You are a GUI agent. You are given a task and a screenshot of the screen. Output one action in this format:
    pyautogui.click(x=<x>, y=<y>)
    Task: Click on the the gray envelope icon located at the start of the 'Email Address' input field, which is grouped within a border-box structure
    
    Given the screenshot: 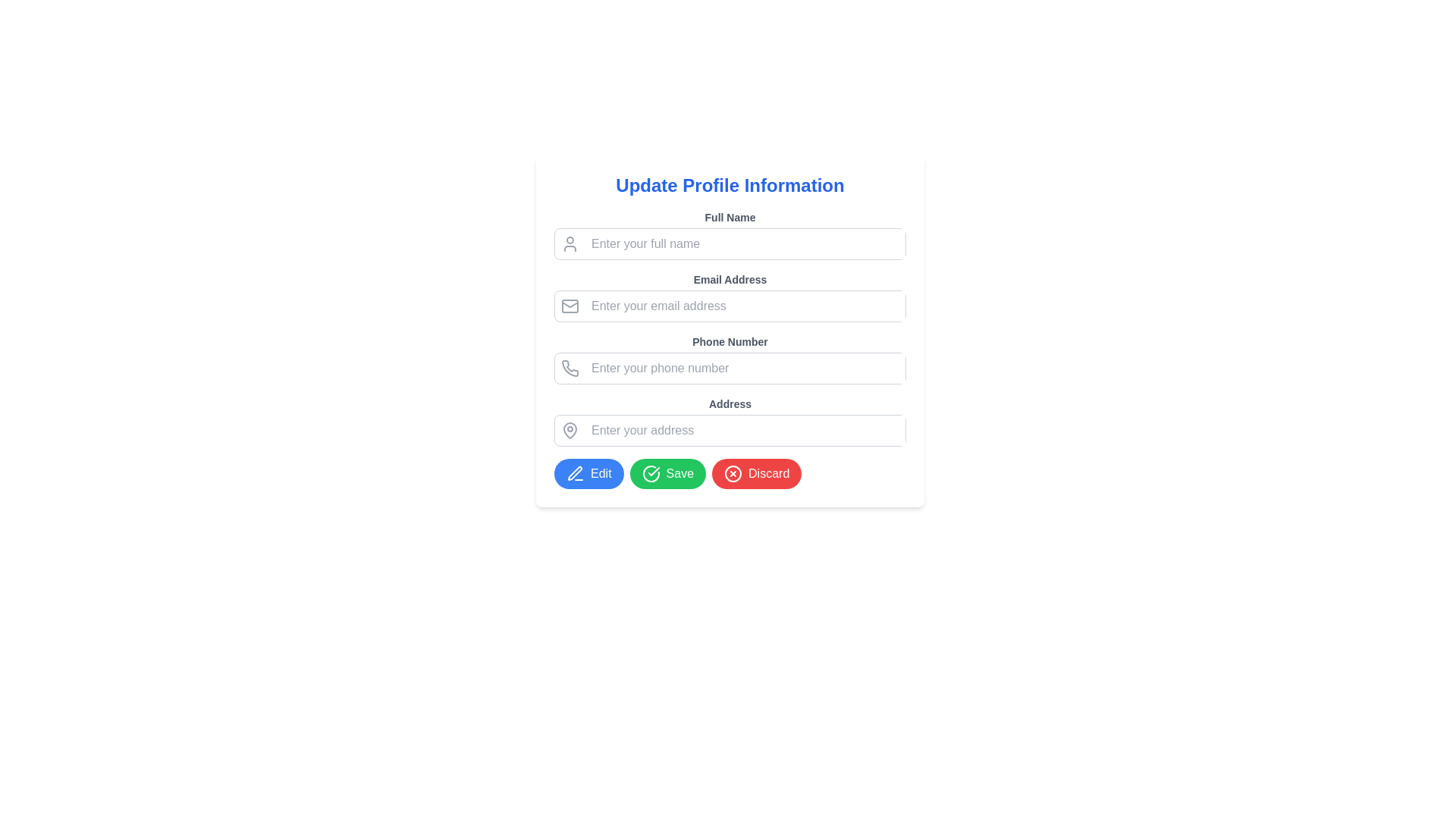 What is the action you would take?
    pyautogui.click(x=570, y=306)
    